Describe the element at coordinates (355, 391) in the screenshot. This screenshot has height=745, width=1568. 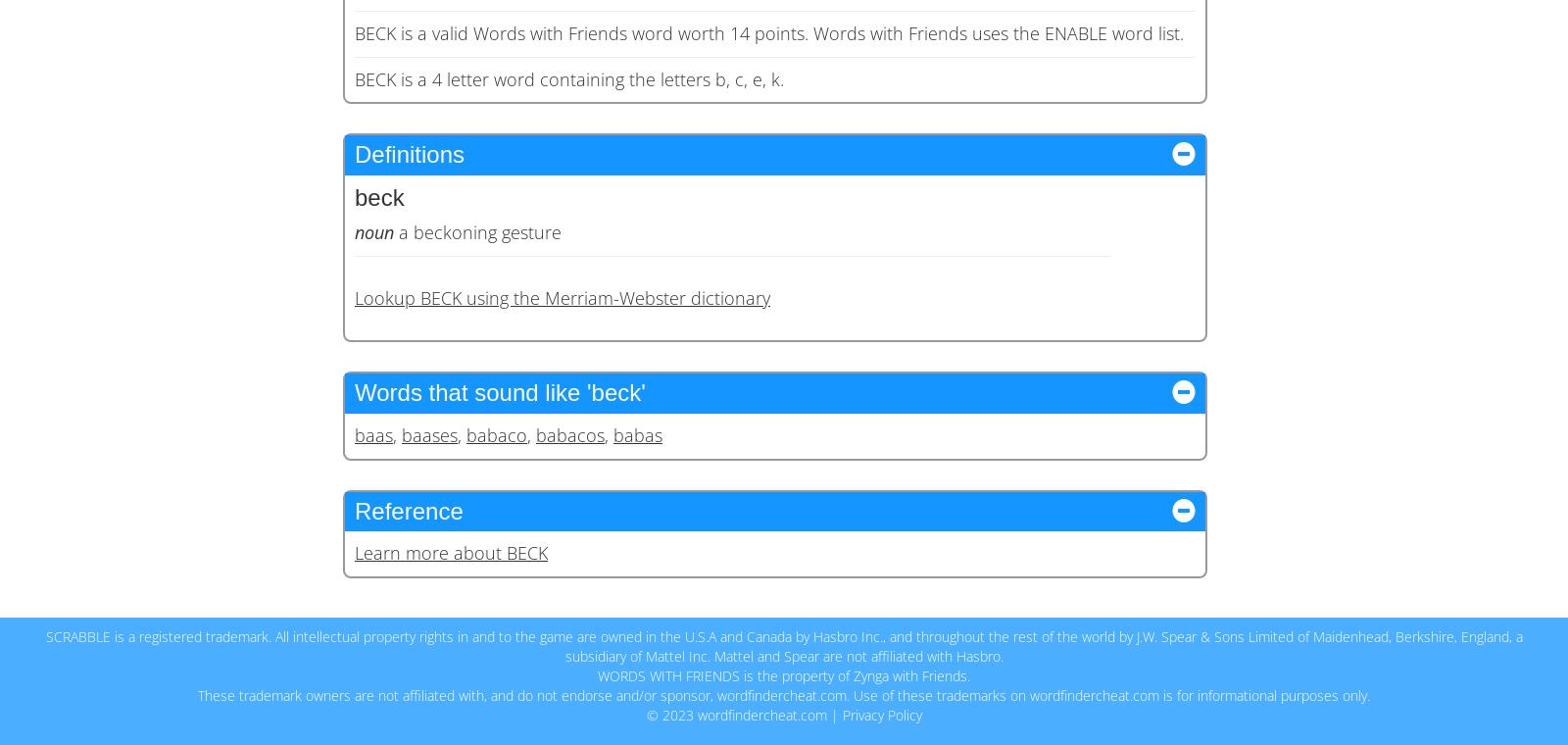
I see `'Words that sound like 'beck''` at that location.